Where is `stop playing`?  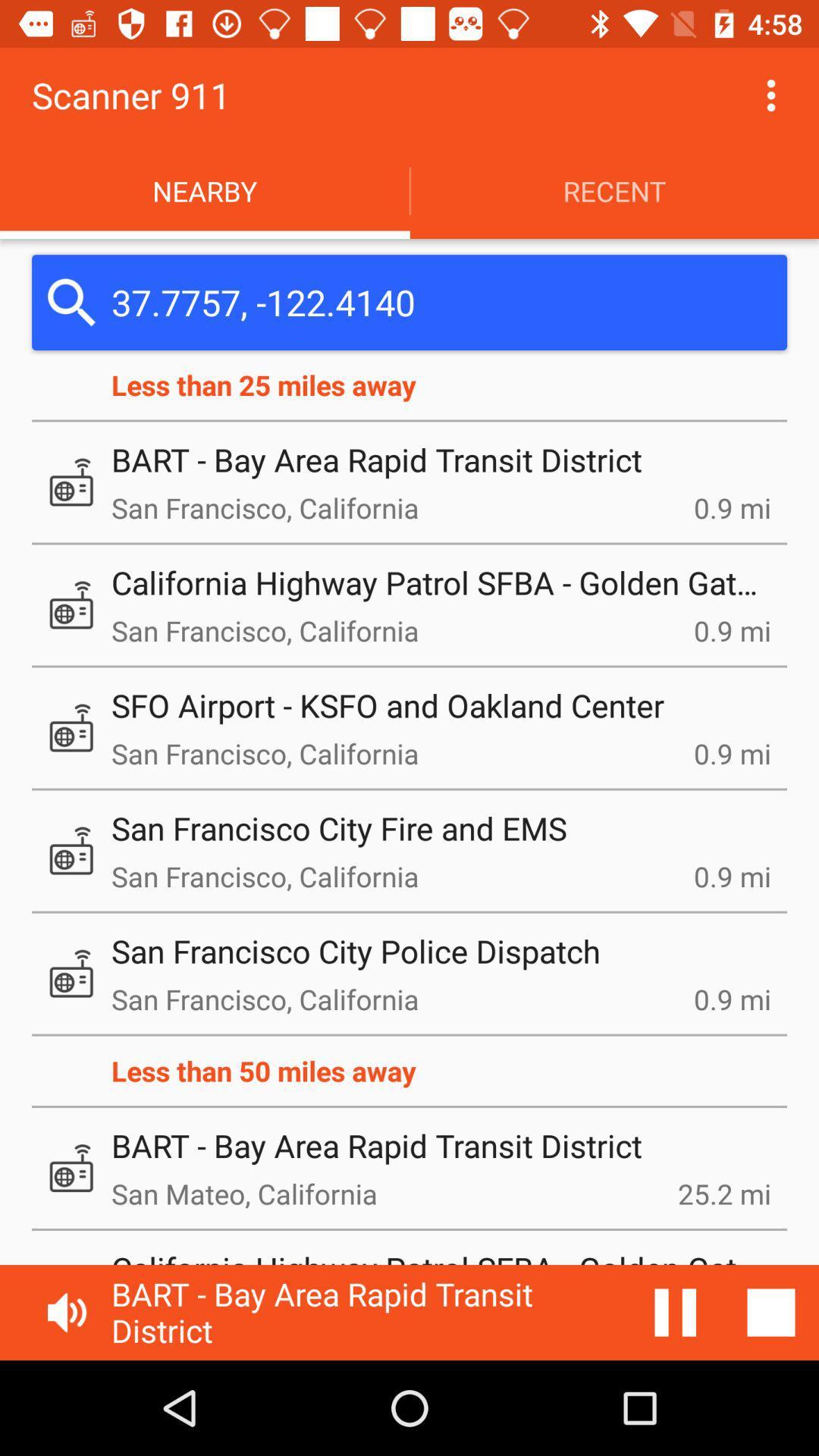 stop playing is located at coordinates (771, 1312).